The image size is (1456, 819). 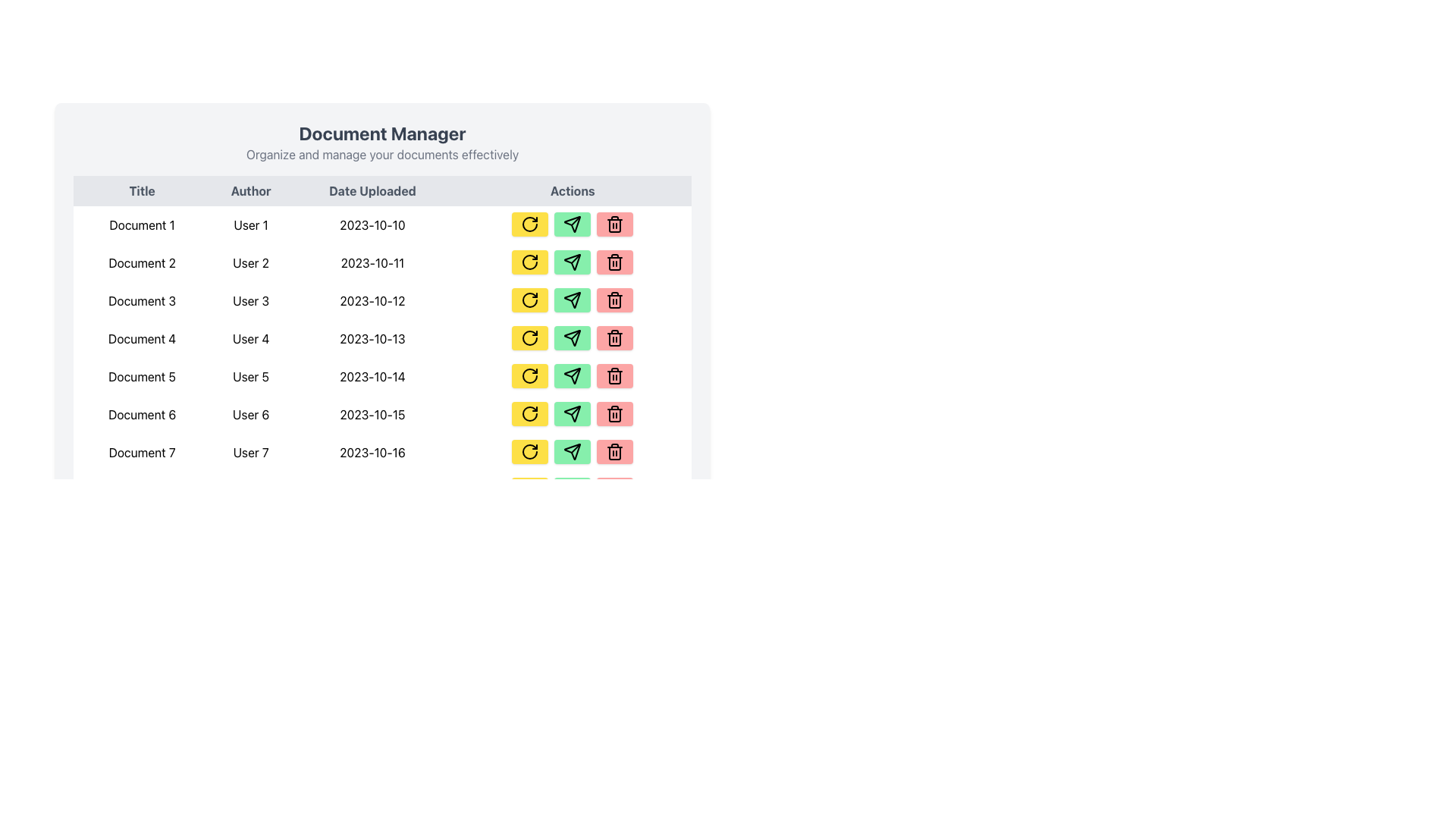 What do you see at coordinates (615, 337) in the screenshot?
I see `the trash icon button located in the fourth row of the 'Actions' column` at bounding box center [615, 337].